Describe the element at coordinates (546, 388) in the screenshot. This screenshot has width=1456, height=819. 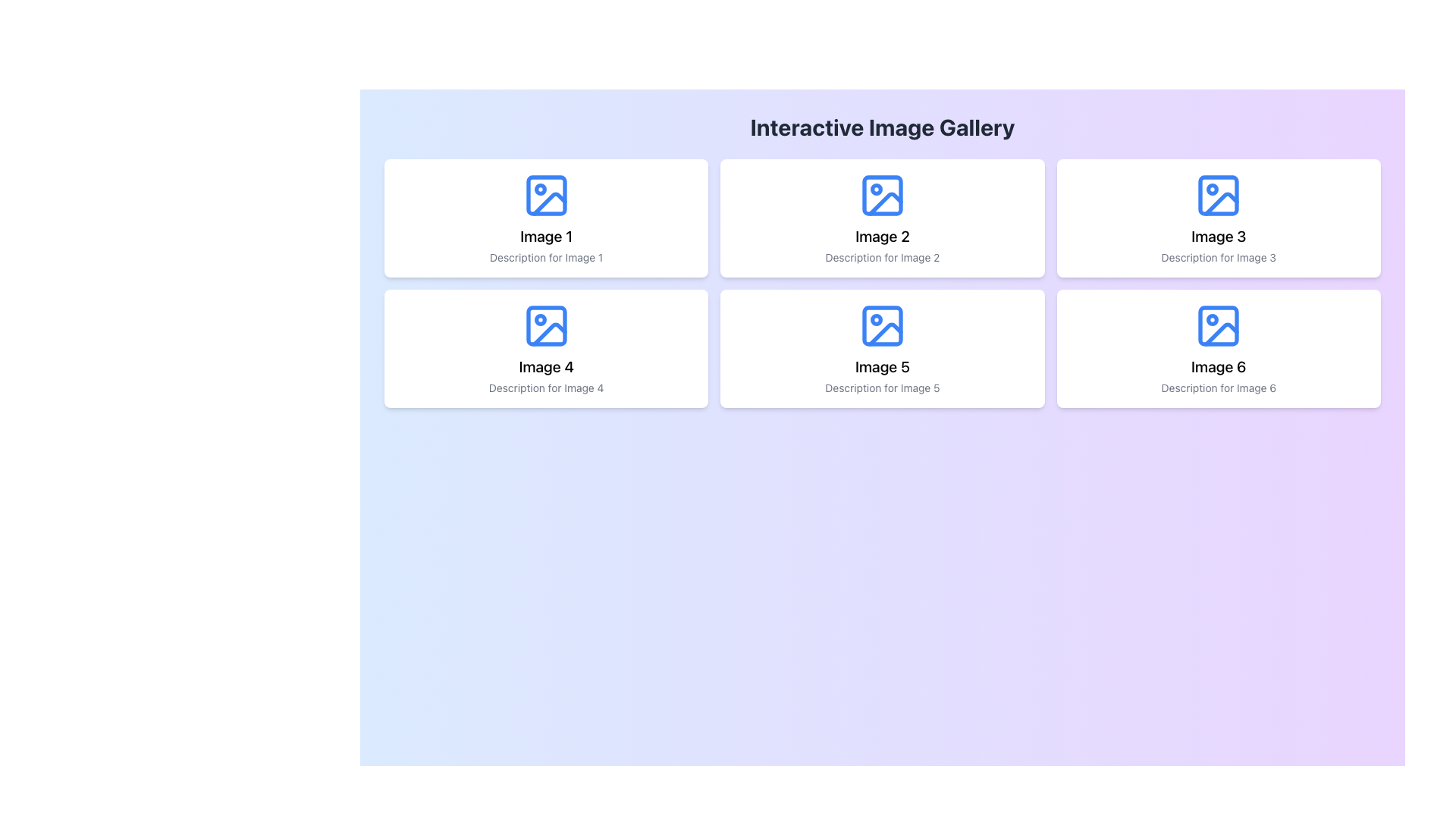
I see `the textual element displaying 'Description for Image 4', which is styled in a small, light gray font and positioned below the title 'Image 4' in the second card of the second row` at that location.